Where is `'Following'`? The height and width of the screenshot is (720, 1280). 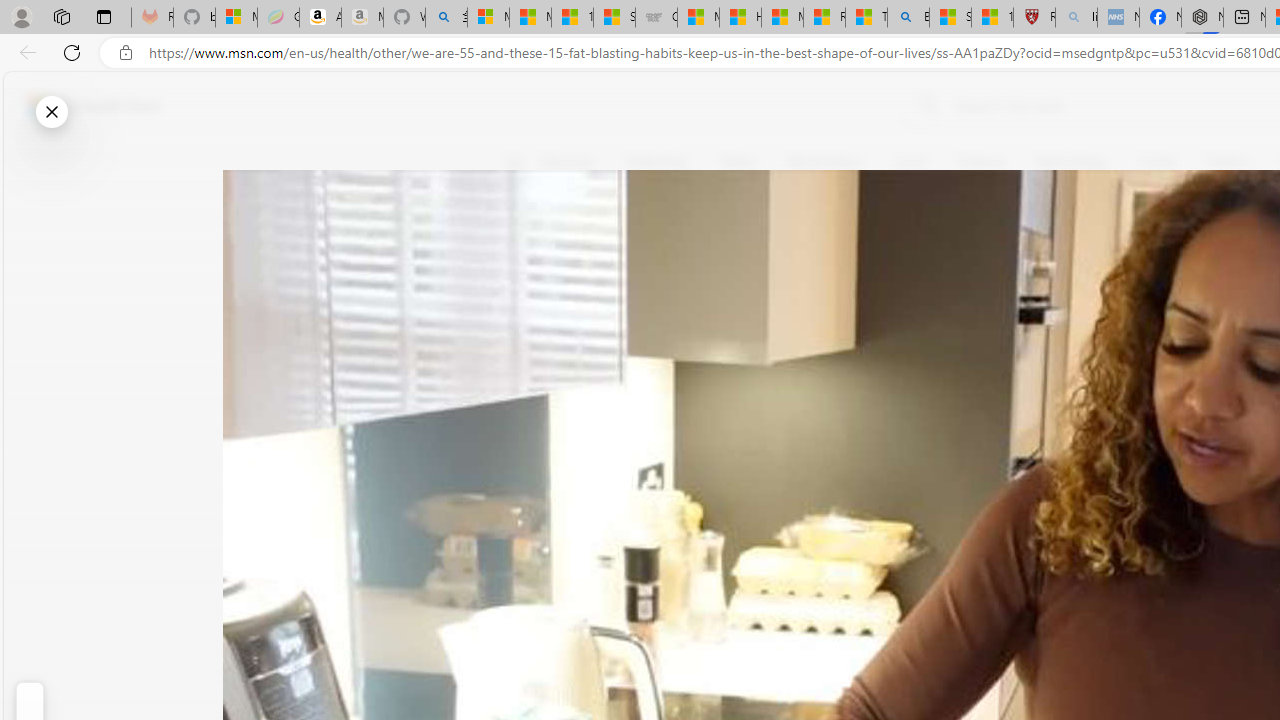
'Following' is located at coordinates (658, 162).